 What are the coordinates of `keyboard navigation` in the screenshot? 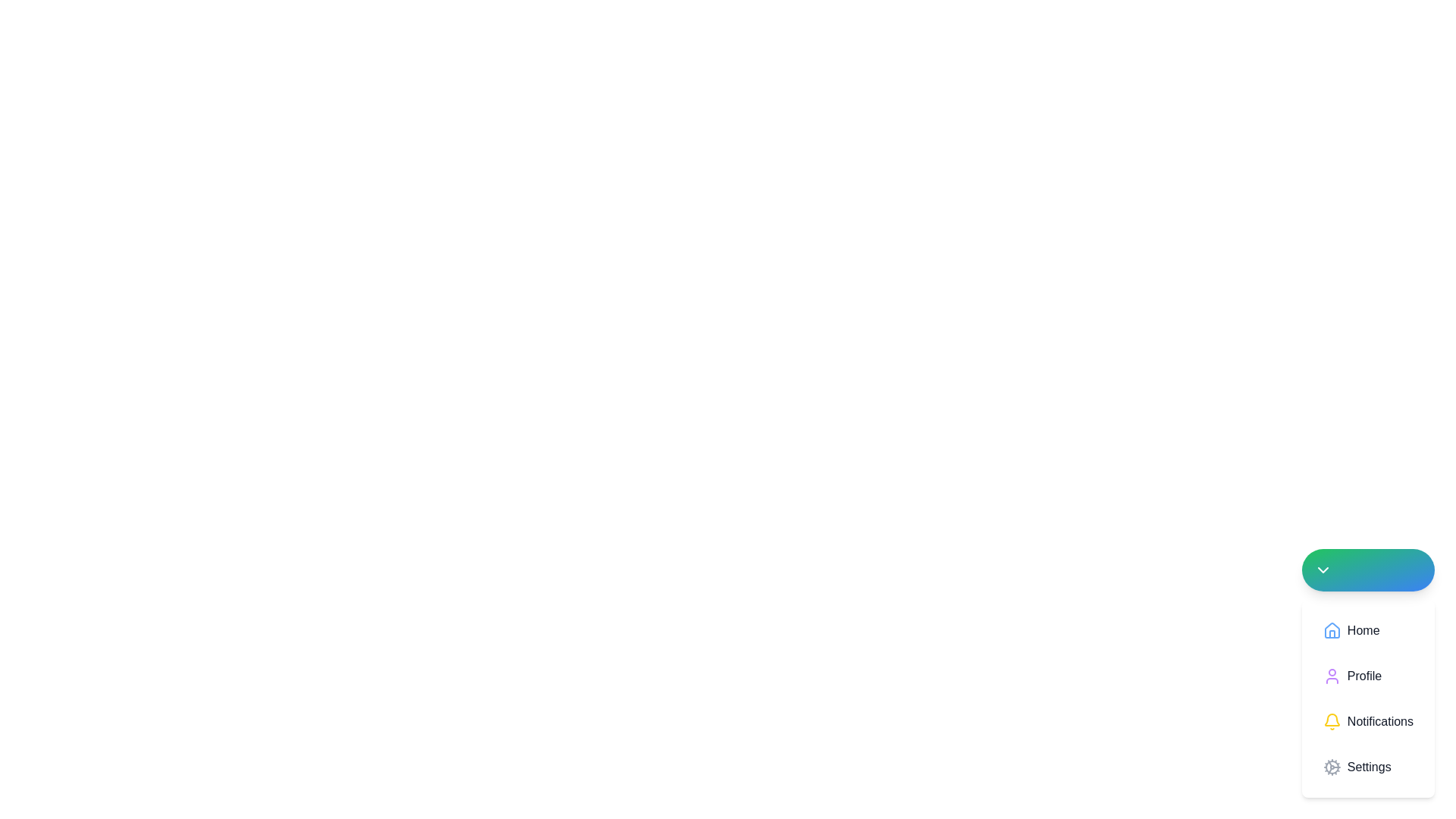 It's located at (1368, 767).